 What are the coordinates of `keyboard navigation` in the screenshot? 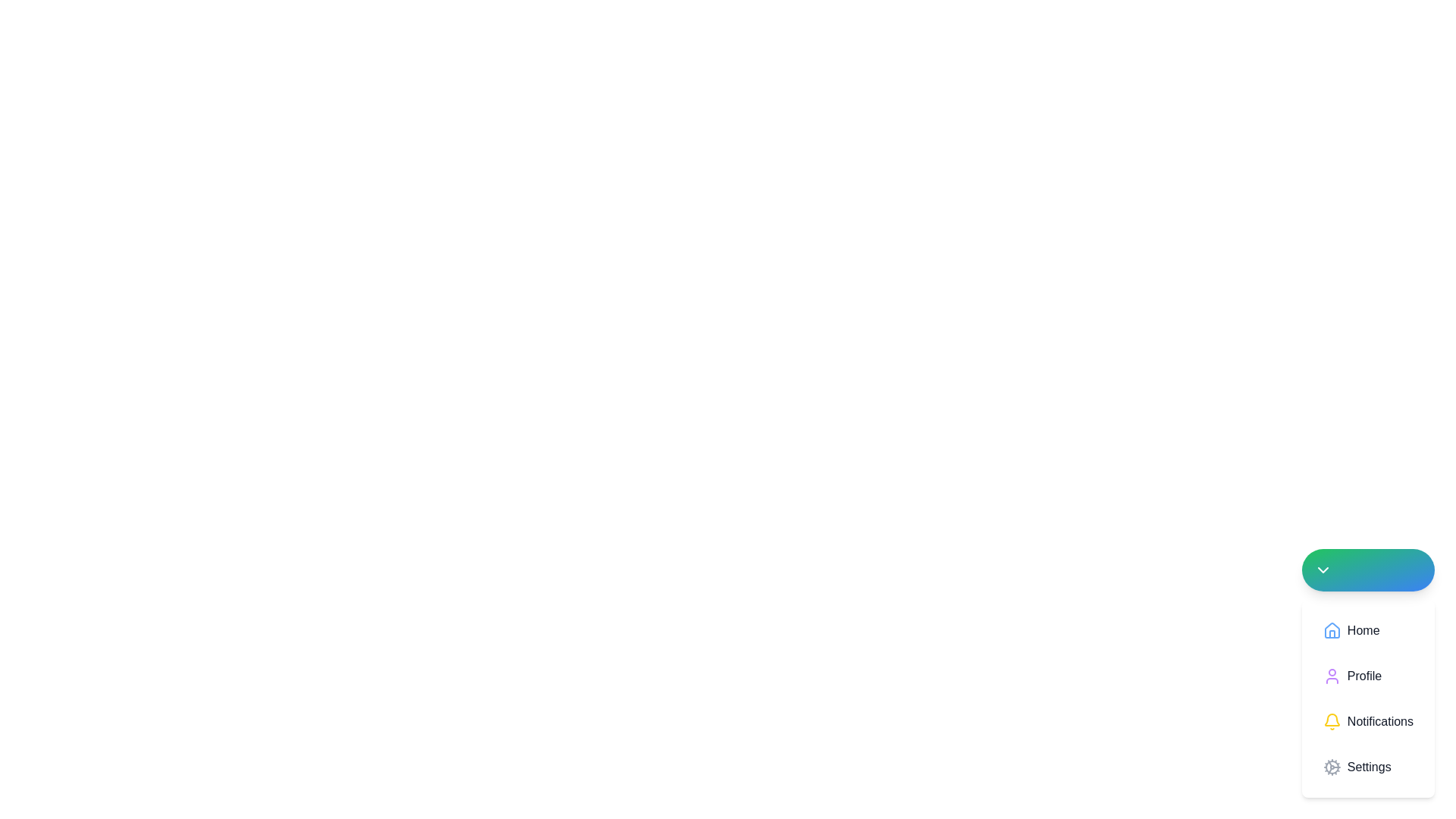 It's located at (1368, 767).